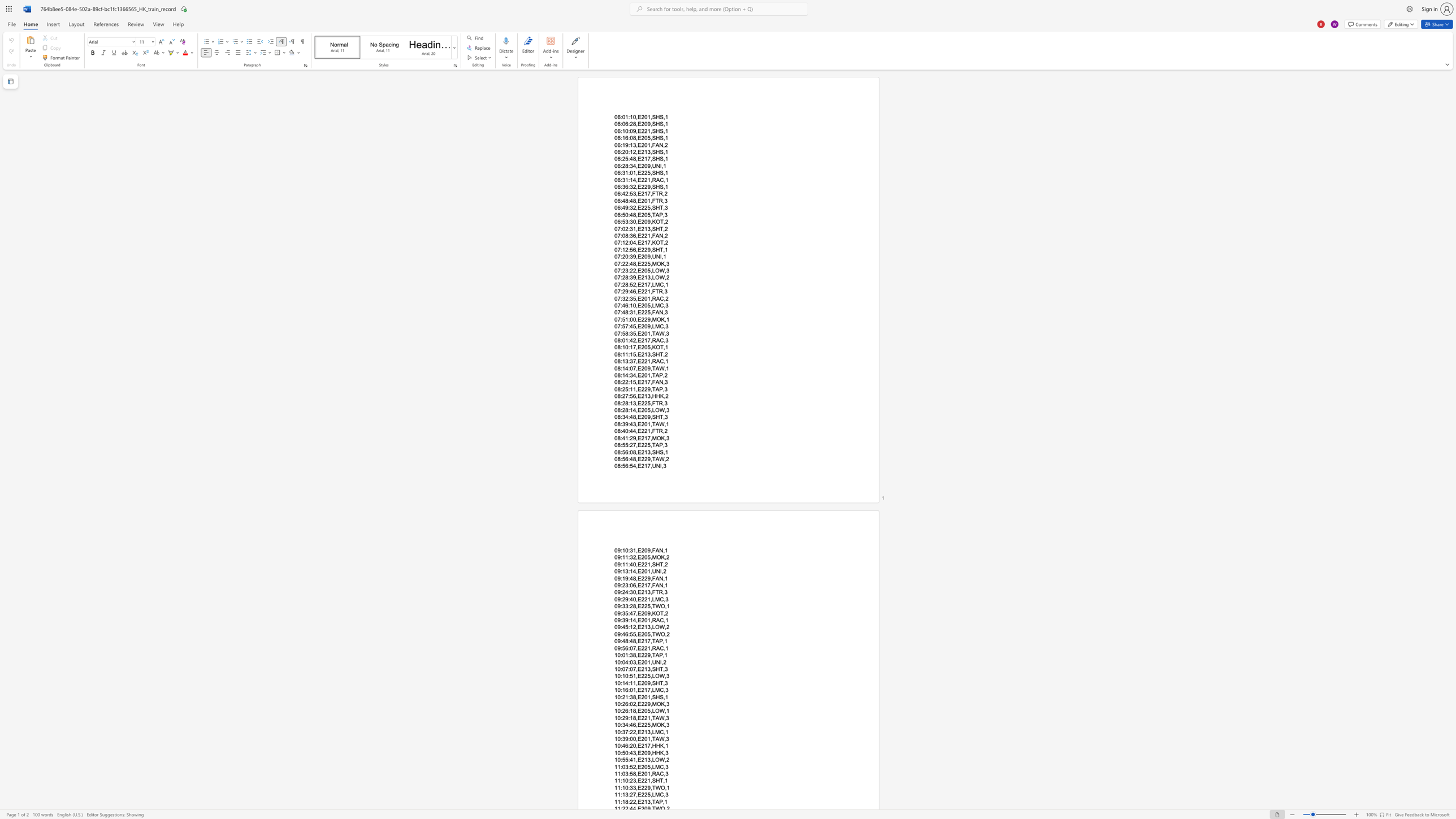  What do you see at coordinates (625, 717) in the screenshot?
I see `the space between the continuous character "2" and "9" in the text` at bounding box center [625, 717].